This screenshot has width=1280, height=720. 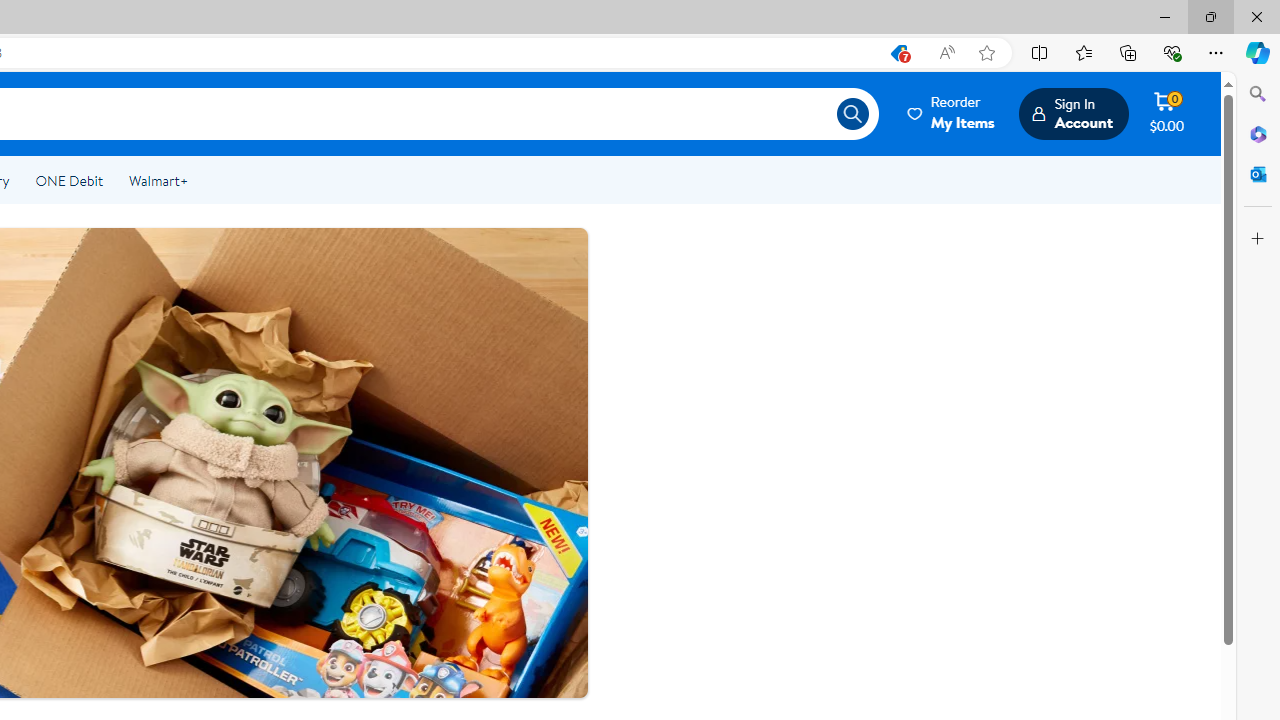 What do you see at coordinates (897, 52) in the screenshot?
I see `'This site has coupons! Shopping in Microsoft Edge, 7'` at bounding box center [897, 52].